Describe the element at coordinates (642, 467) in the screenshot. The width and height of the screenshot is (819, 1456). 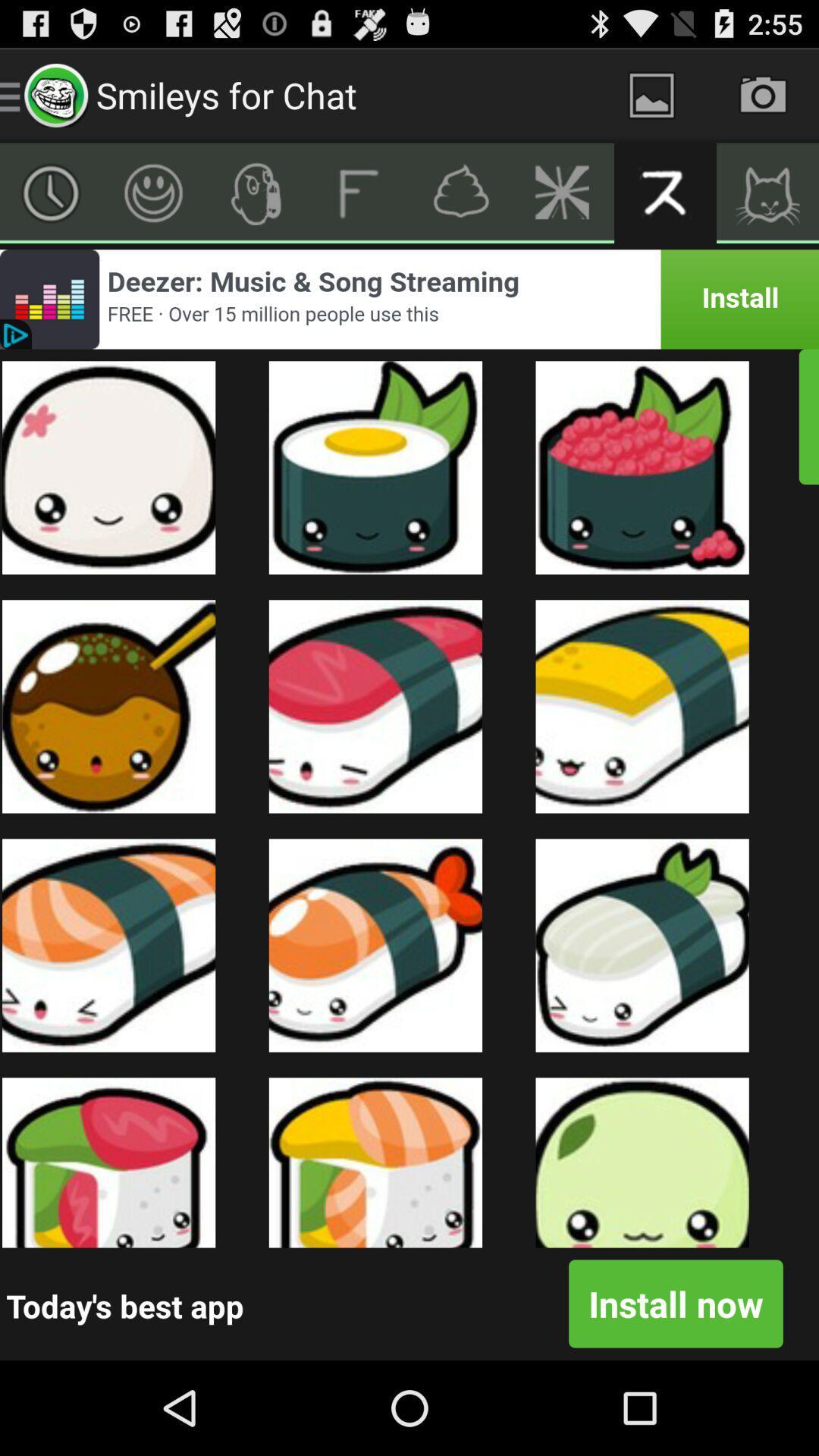
I see `the third image in the first row` at that location.